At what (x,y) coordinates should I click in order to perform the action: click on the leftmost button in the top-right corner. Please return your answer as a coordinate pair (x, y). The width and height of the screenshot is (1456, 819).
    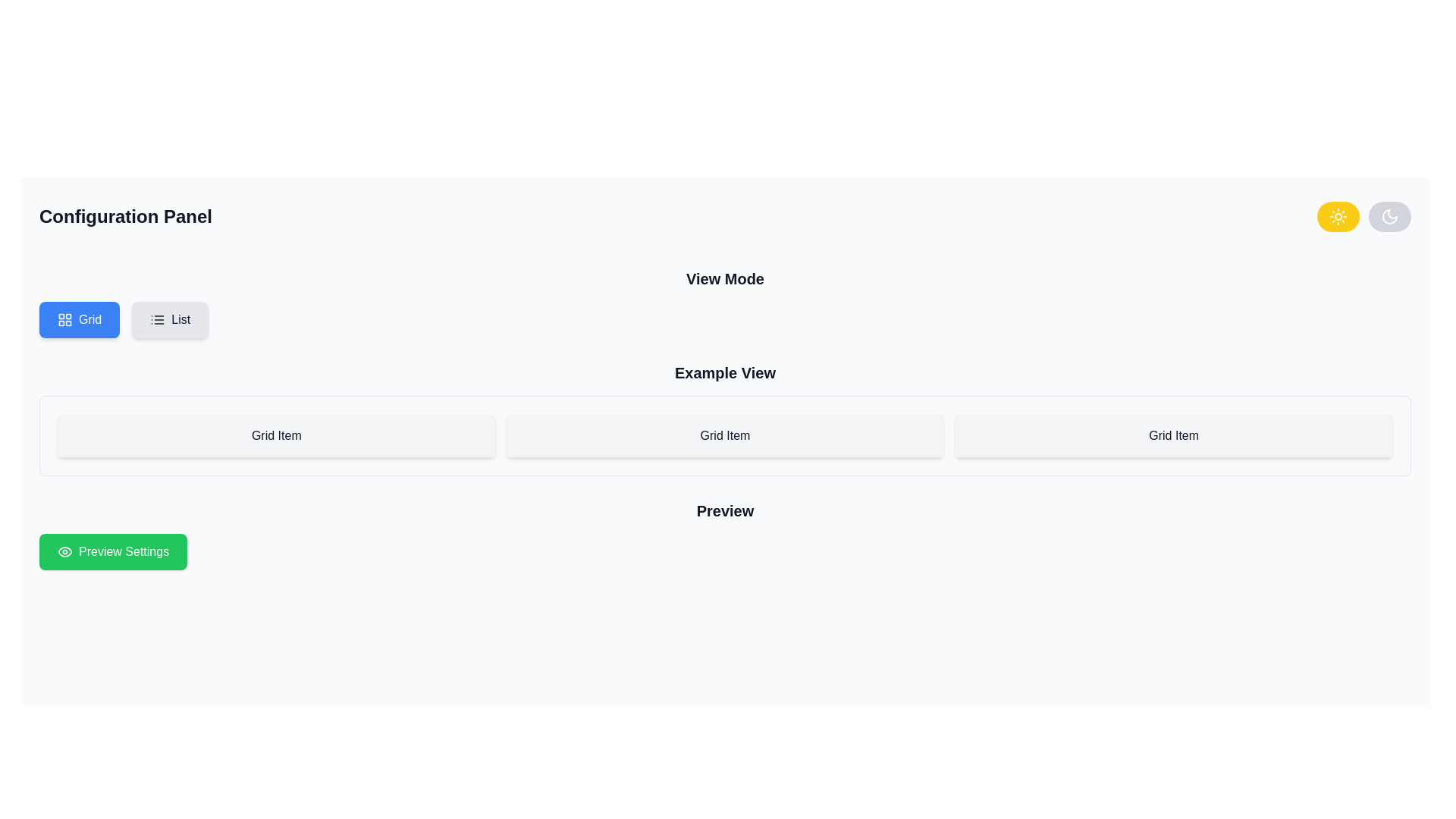
    Looking at the image, I should click on (1338, 216).